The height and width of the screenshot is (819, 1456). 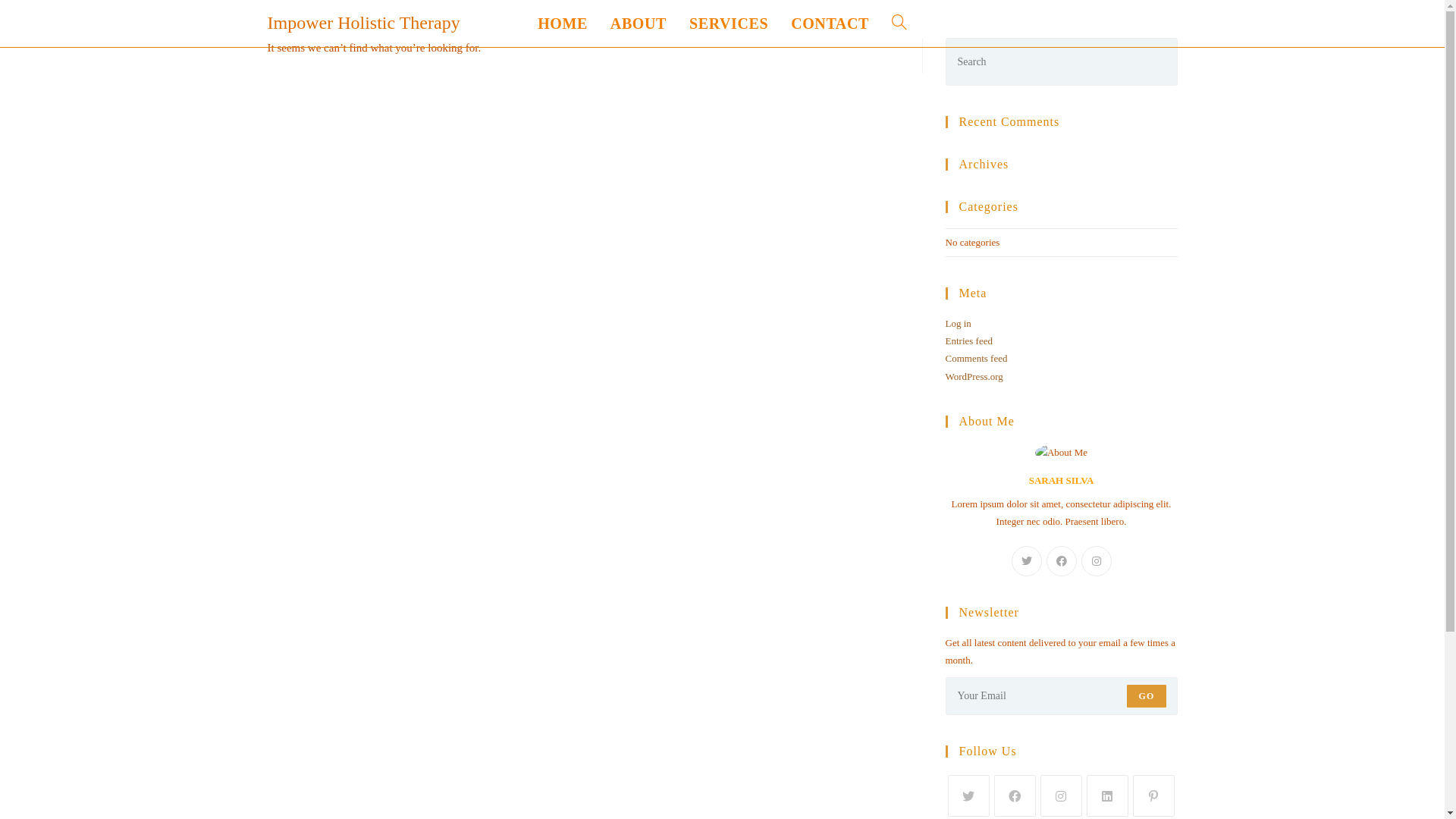 What do you see at coordinates (638, 23) in the screenshot?
I see `'ABOUT'` at bounding box center [638, 23].